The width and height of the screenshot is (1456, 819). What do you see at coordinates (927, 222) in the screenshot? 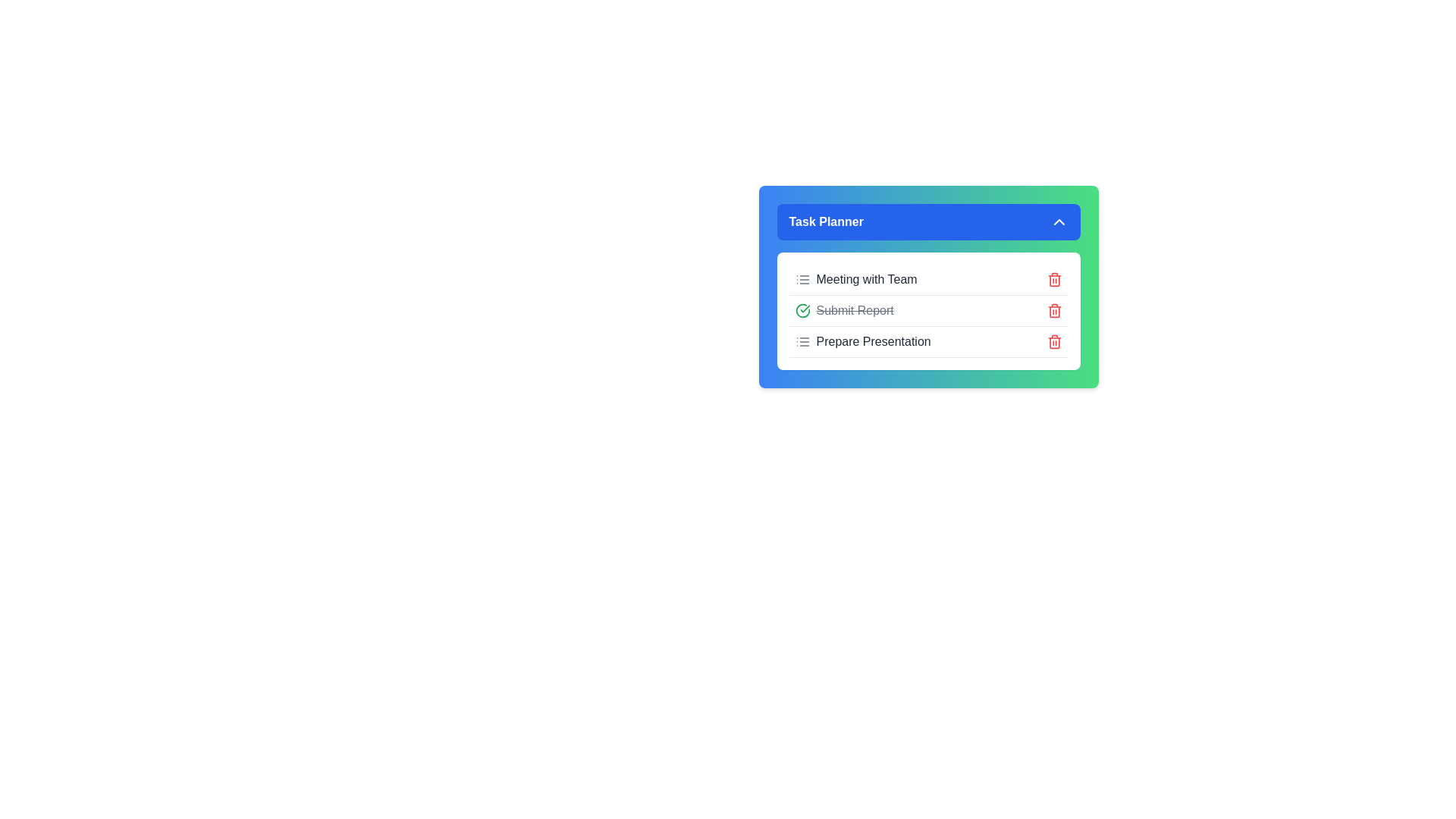
I see `the 'Task Planner' button to toggle the visibility of the task menu` at bounding box center [927, 222].